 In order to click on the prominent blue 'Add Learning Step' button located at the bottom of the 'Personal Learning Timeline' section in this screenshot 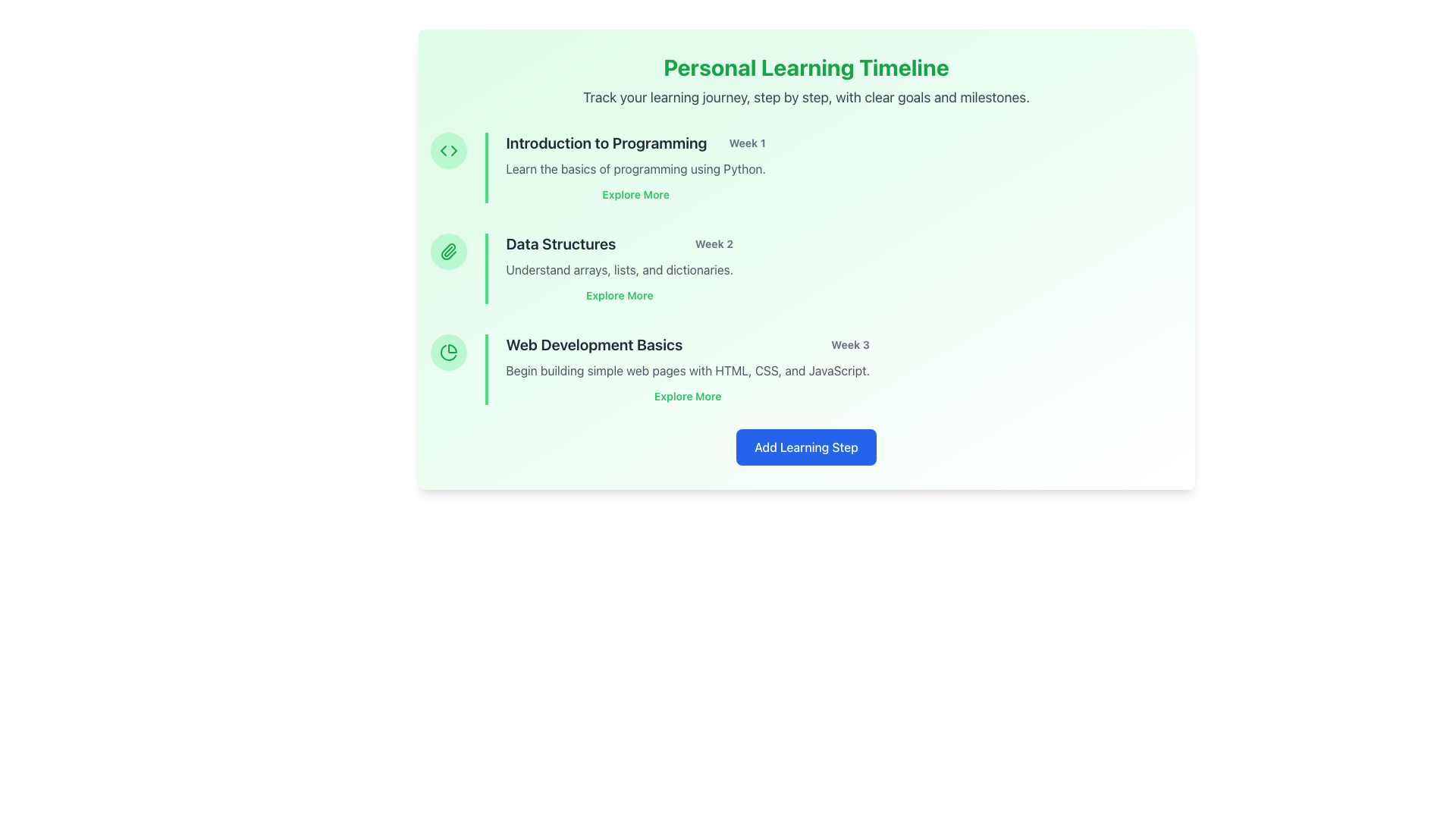, I will do `click(805, 447)`.